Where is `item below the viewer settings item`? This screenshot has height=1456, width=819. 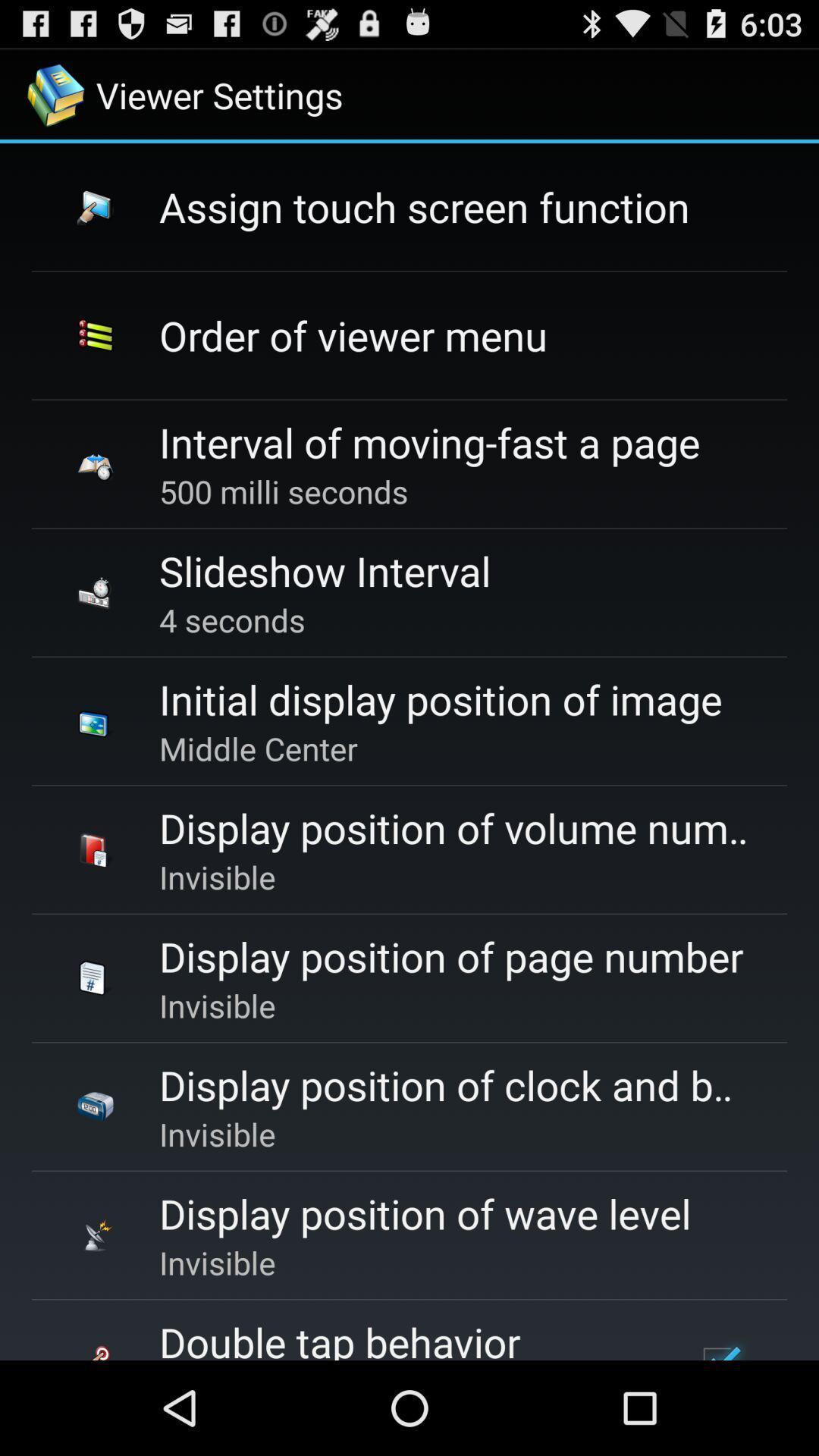 item below the viewer settings item is located at coordinates (424, 206).